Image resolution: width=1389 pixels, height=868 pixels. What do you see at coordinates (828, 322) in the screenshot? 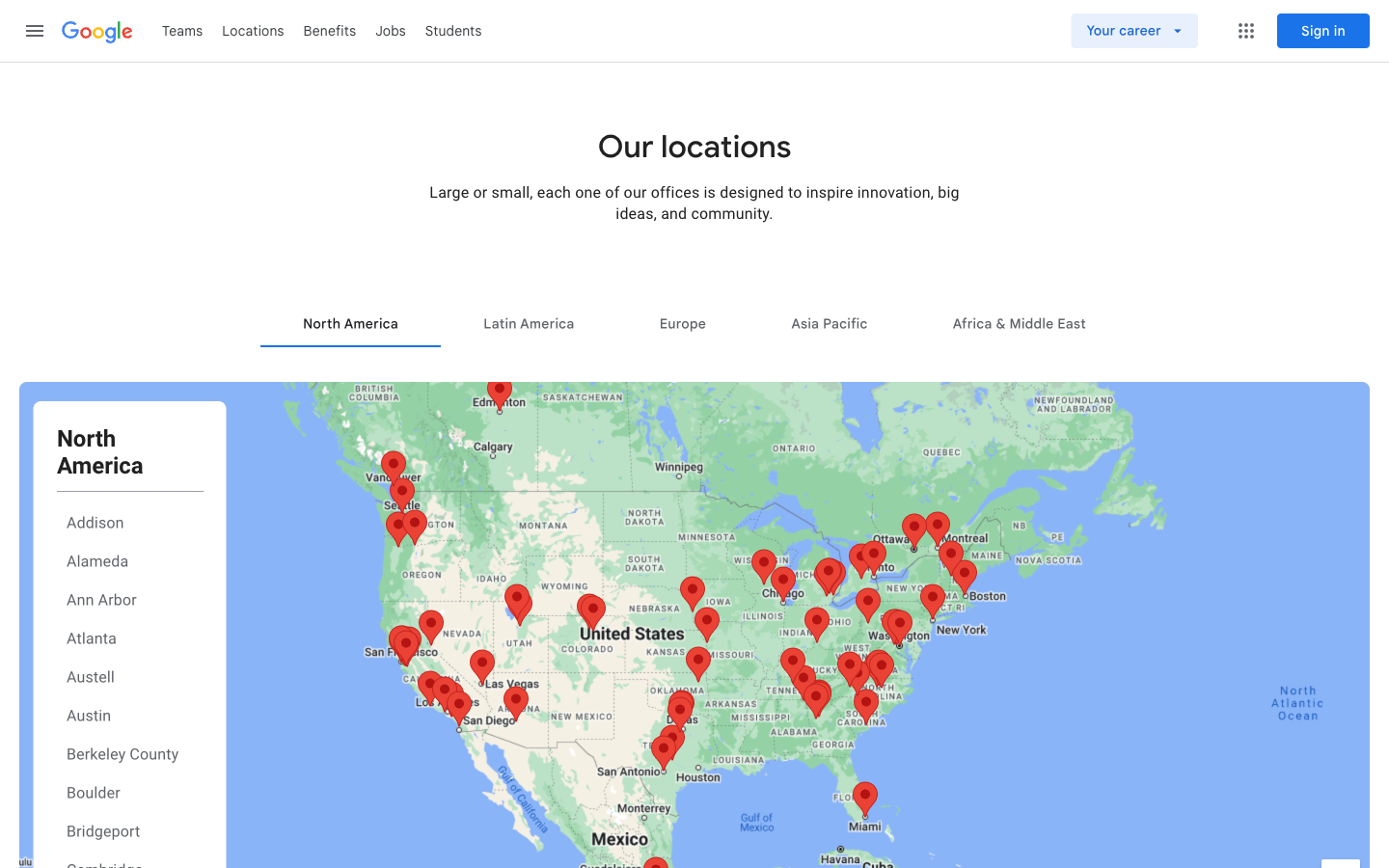
I see `Alter the geographical location` at bounding box center [828, 322].